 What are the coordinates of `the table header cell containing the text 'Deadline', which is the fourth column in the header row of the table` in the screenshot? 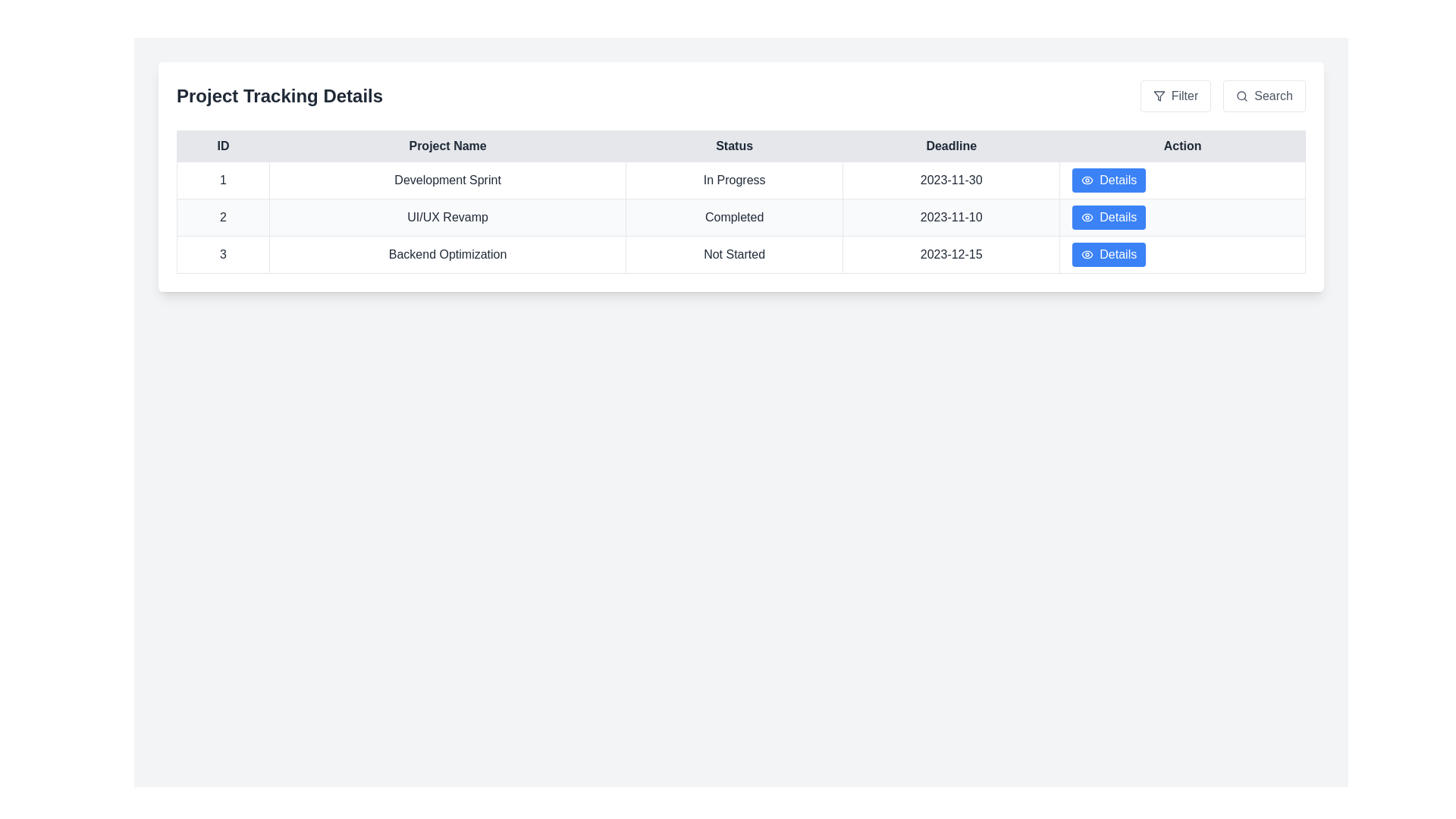 It's located at (950, 146).